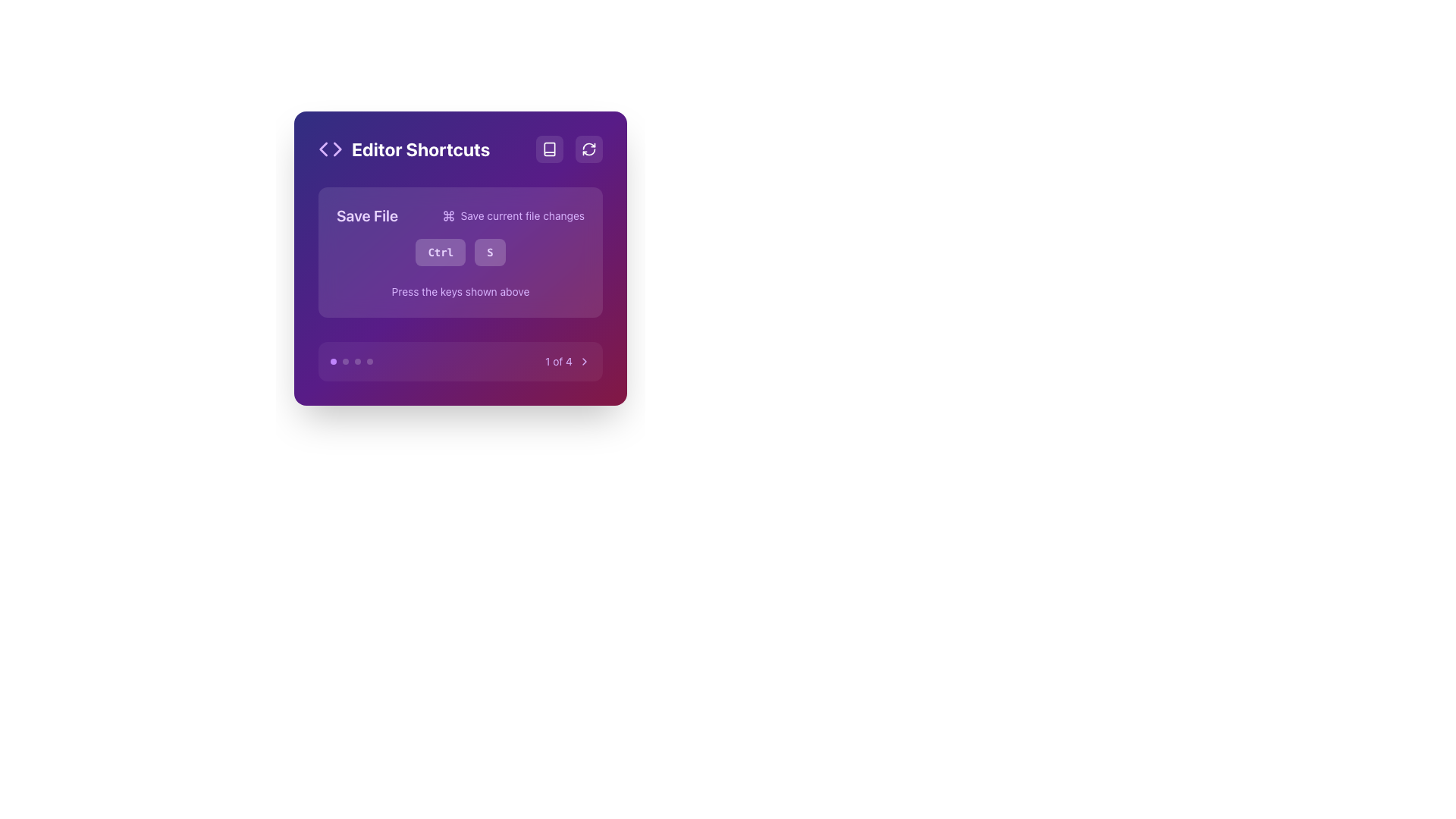  Describe the element at coordinates (548, 149) in the screenshot. I see `the book icon located near the top-right corner of the interface, next to the circular arrow icon and aligned with the 'Editor Shortcuts' header` at that location.